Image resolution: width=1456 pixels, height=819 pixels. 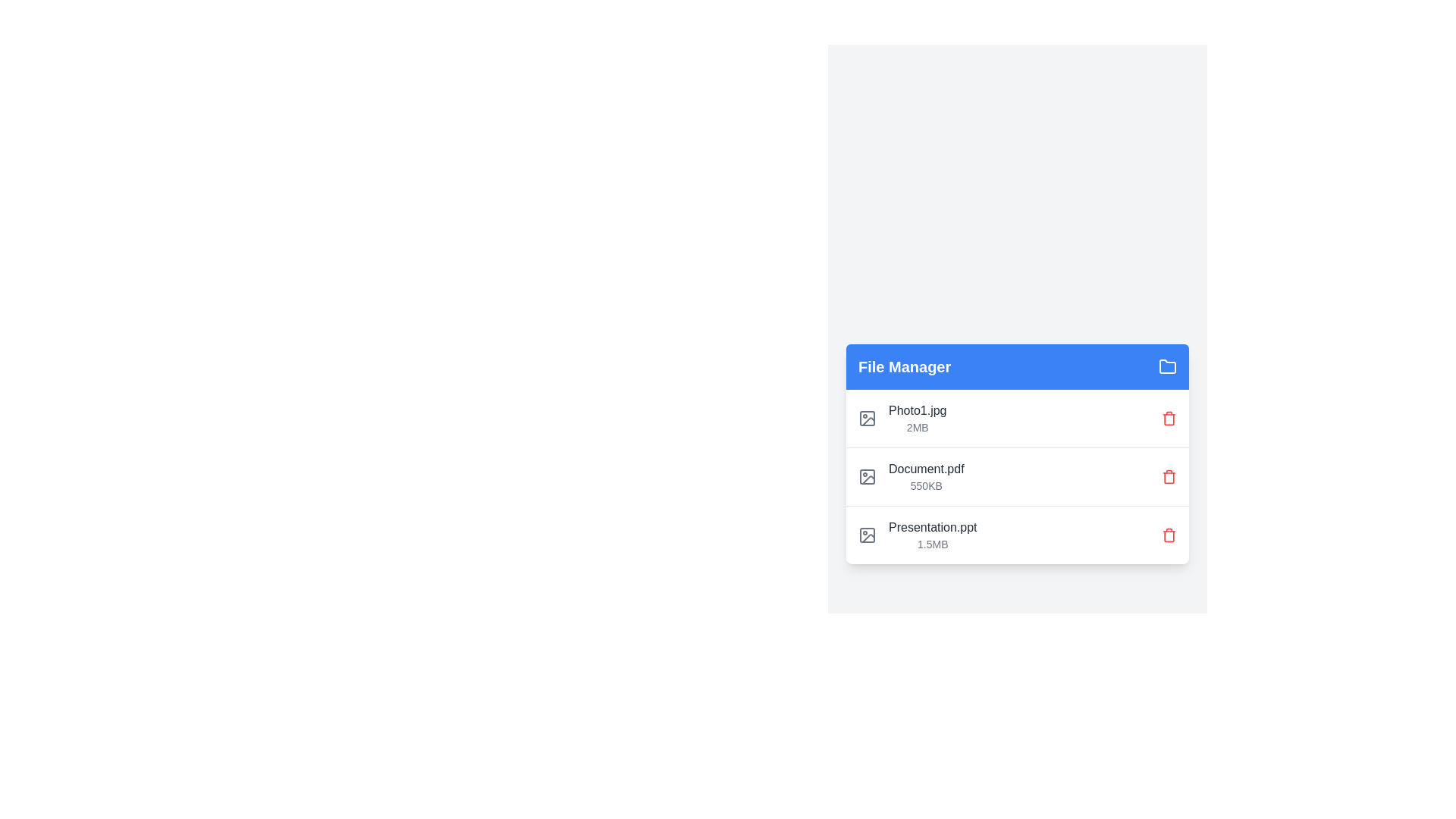 What do you see at coordinates (1167, 366) in the screenshot?
I see `the small blue folder-shaped icon located in the top-right corner of the 'File Manager' section` at bounding box center [1167, 366].